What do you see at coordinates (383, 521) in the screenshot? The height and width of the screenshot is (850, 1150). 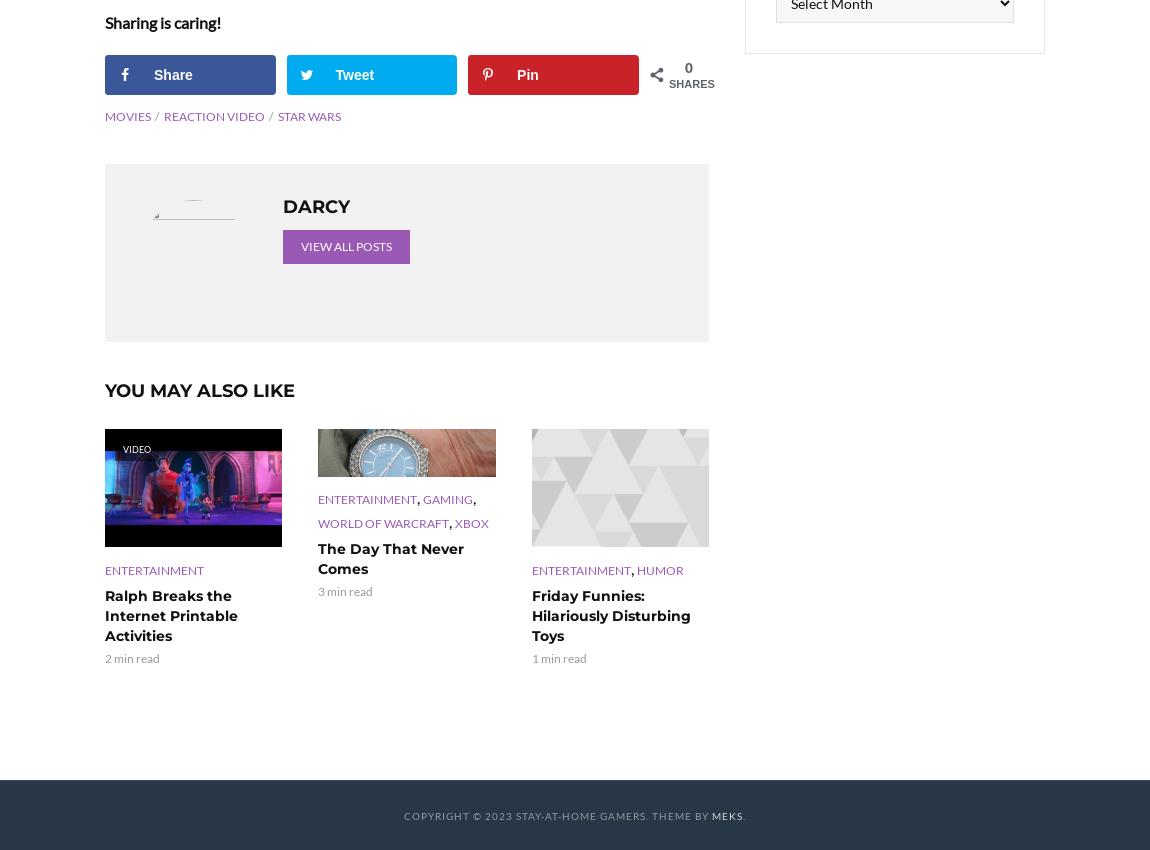 I see `'World of Warcraft'` at bounding box center [383, 521].